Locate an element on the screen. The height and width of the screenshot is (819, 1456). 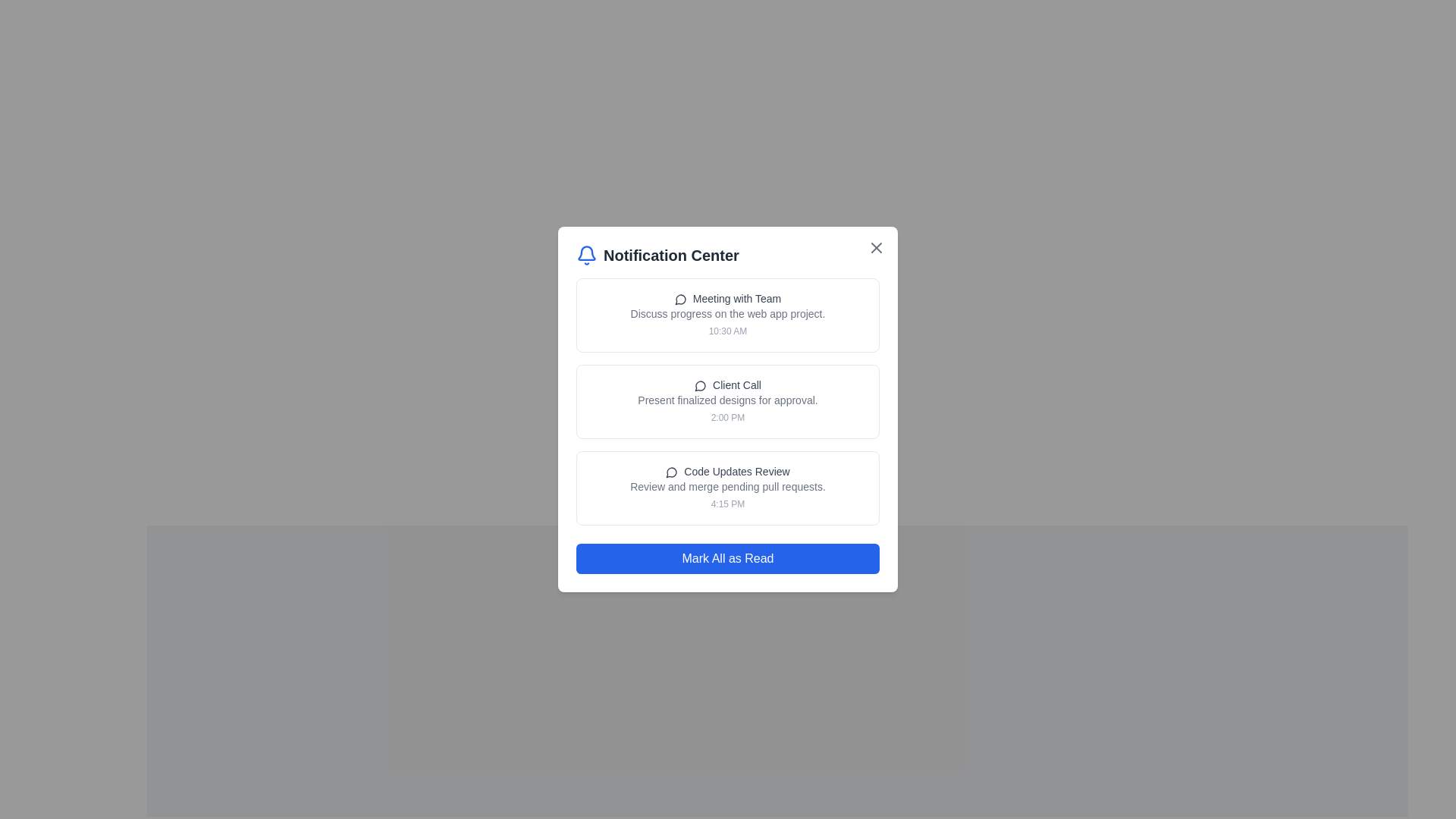
the text label displaying 'Notification Center', which is a bold, large dark gray font located in the header section of the notification panel is located at coordinates (670, 254).